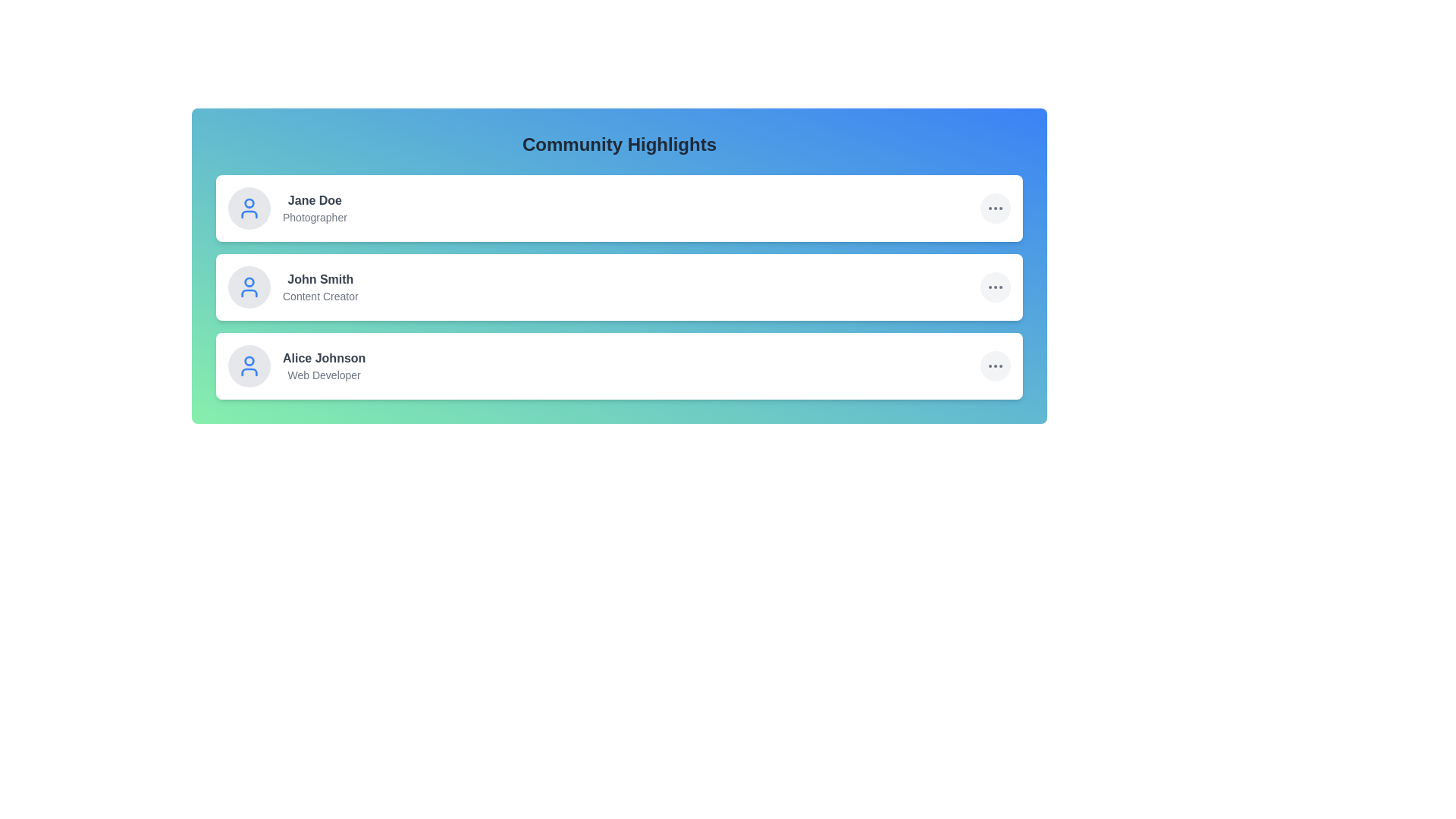  I want to click on text label displaying 'Photographer' located in the first row under 'Community Highlights', directly below 'Jane Doe', so click(314, 217).